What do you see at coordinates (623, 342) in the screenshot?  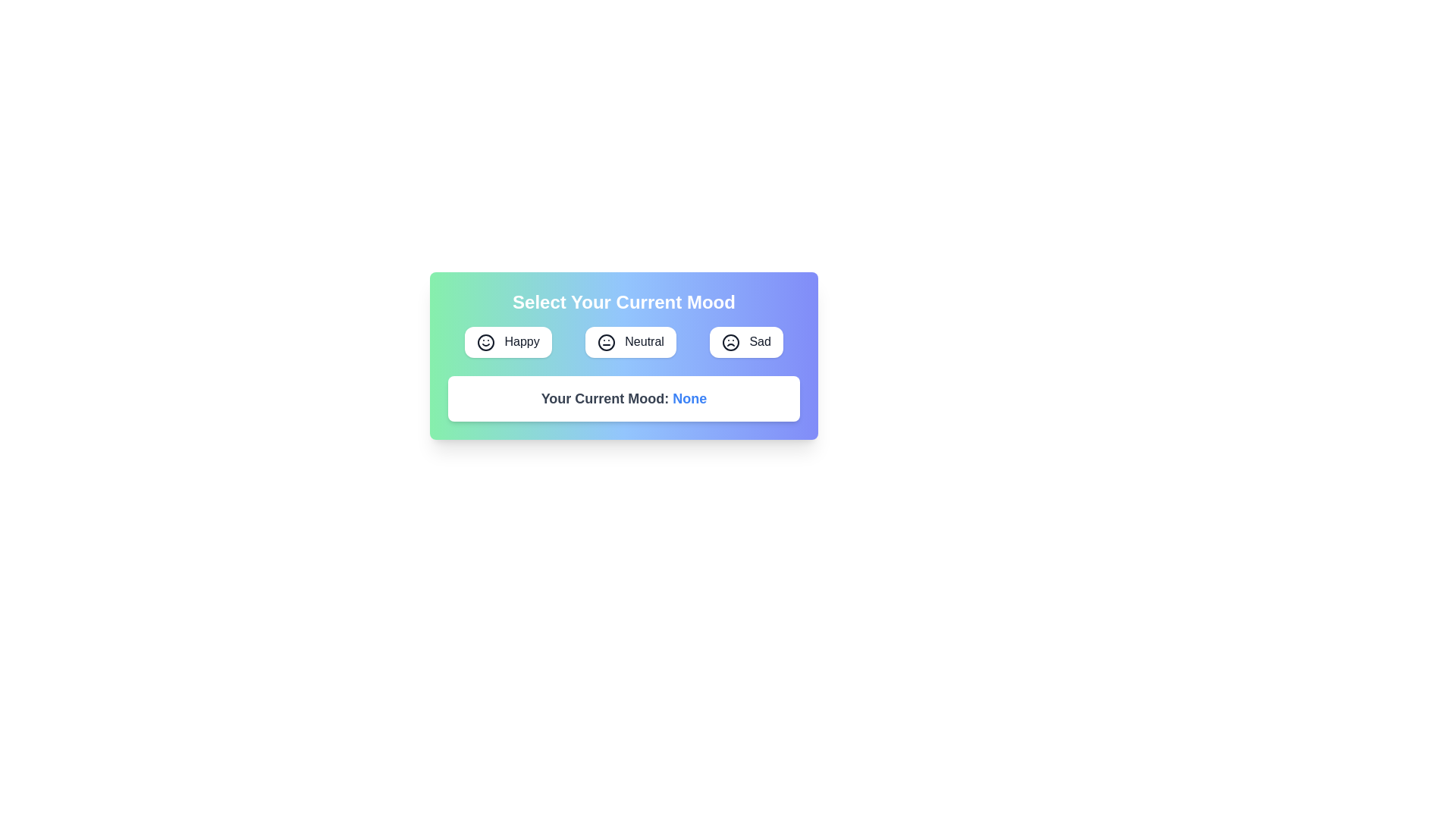 I see `the grouped segmented control buttons for mood selection, which allows users to choose between 'Happy', 'Neutral', or 'Sad' options` at bounding box center [623, 342].